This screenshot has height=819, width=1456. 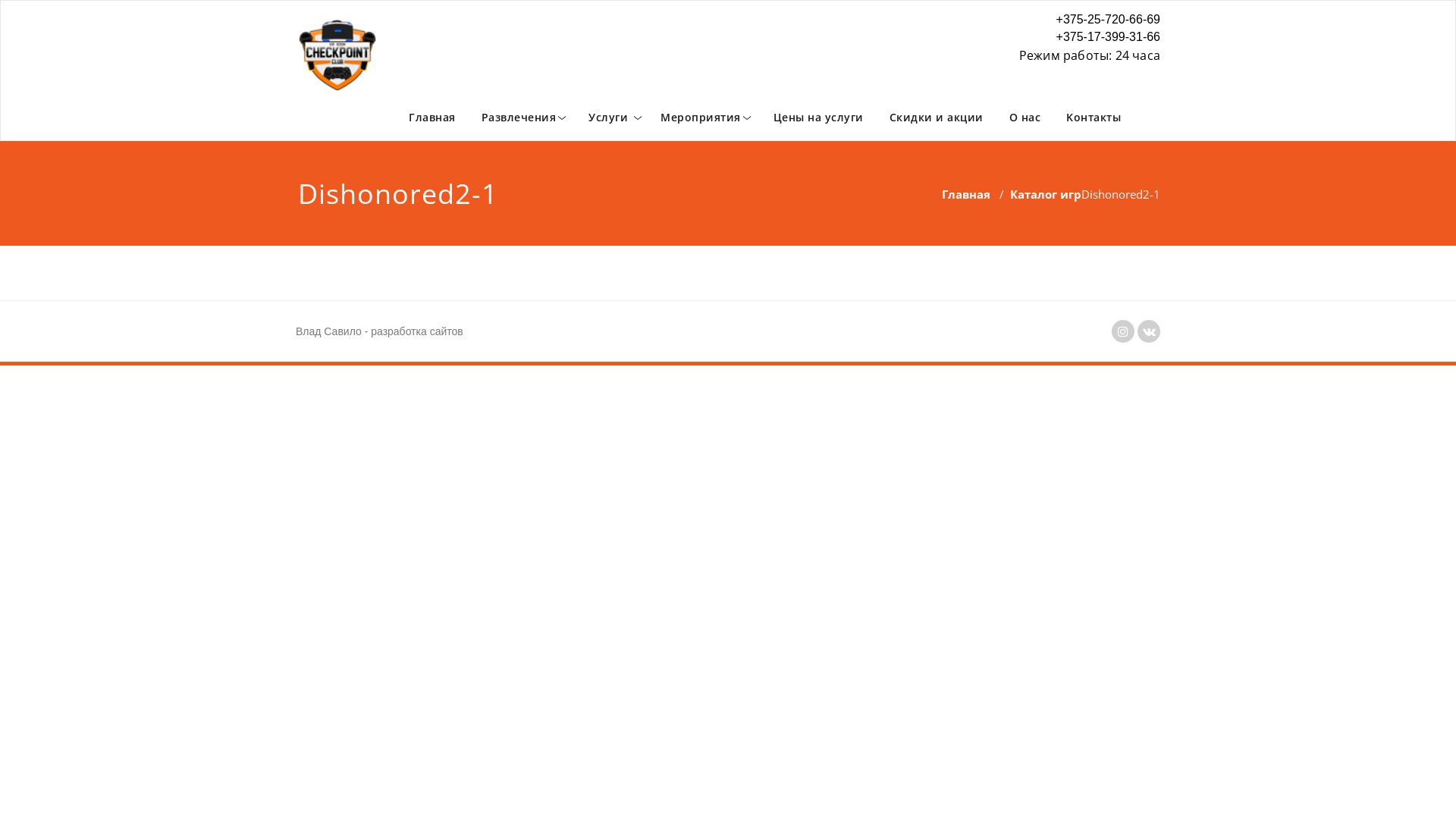 I want to click on '+375-17-399-31-66', so click(x=1088, y=36).